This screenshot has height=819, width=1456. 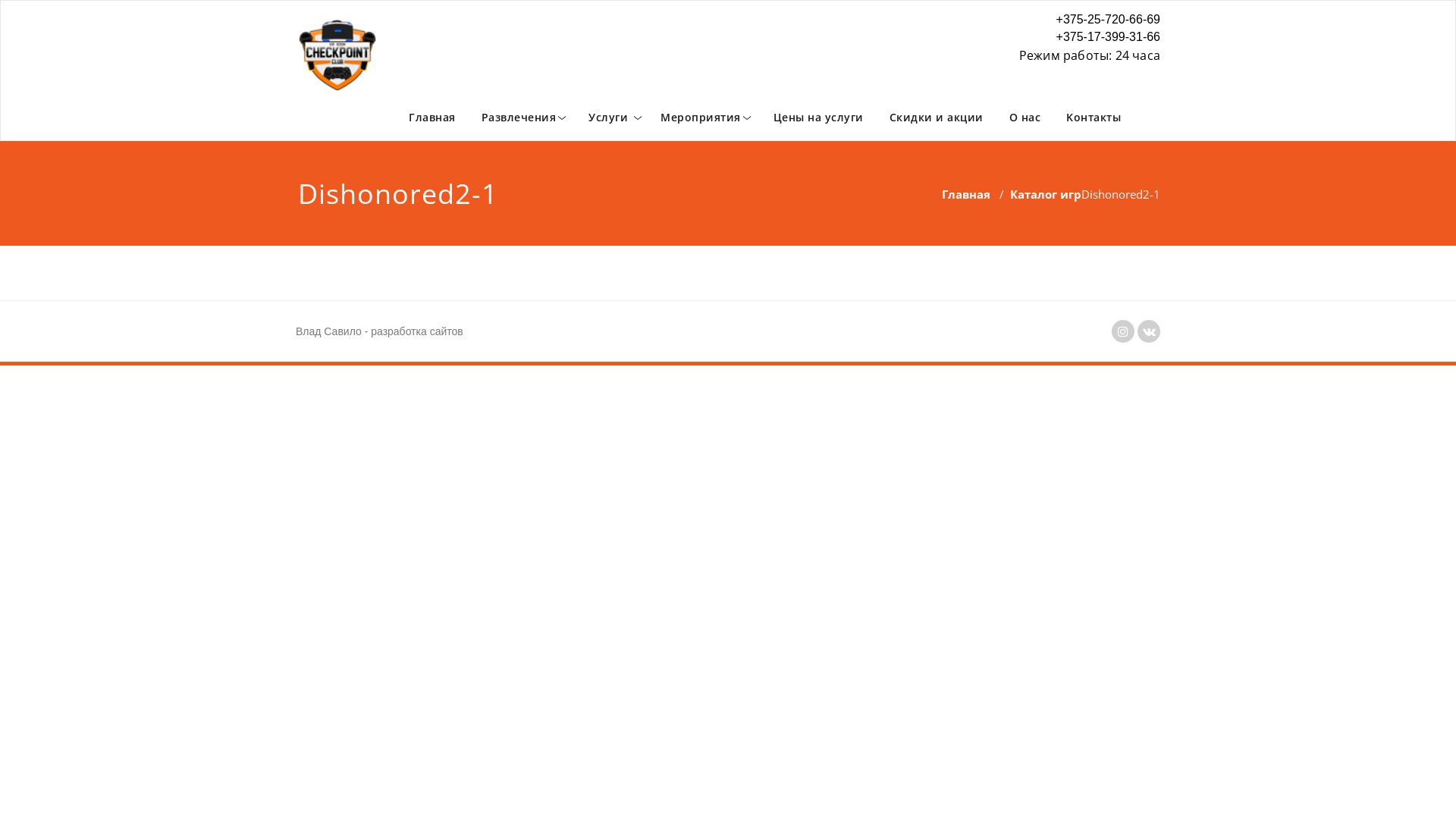 I want to click on '+375-17-399-31-66', so click(x=1088, y=36).